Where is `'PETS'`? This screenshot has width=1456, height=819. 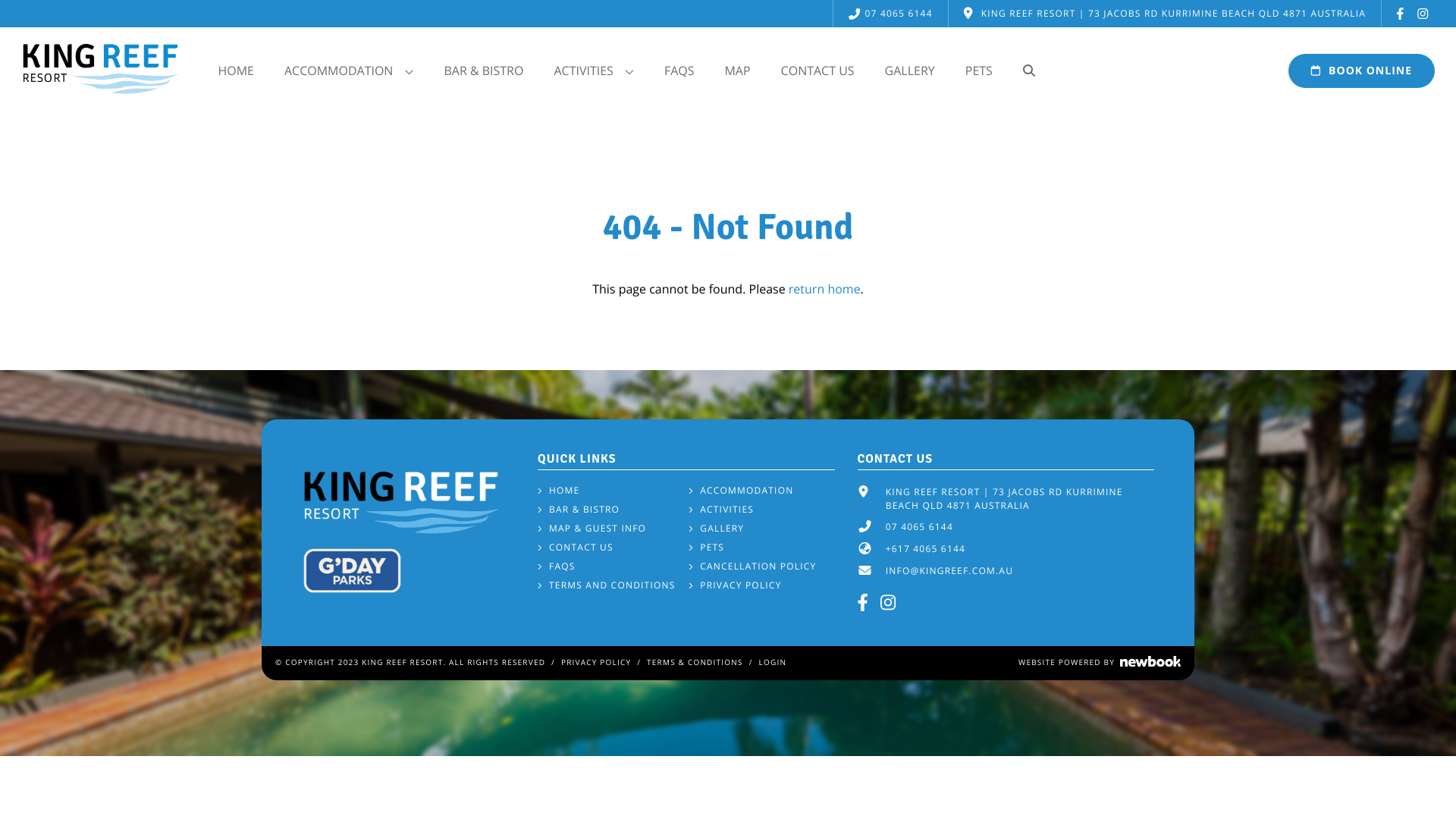
'PETS' is located at coordinates (705, 547).